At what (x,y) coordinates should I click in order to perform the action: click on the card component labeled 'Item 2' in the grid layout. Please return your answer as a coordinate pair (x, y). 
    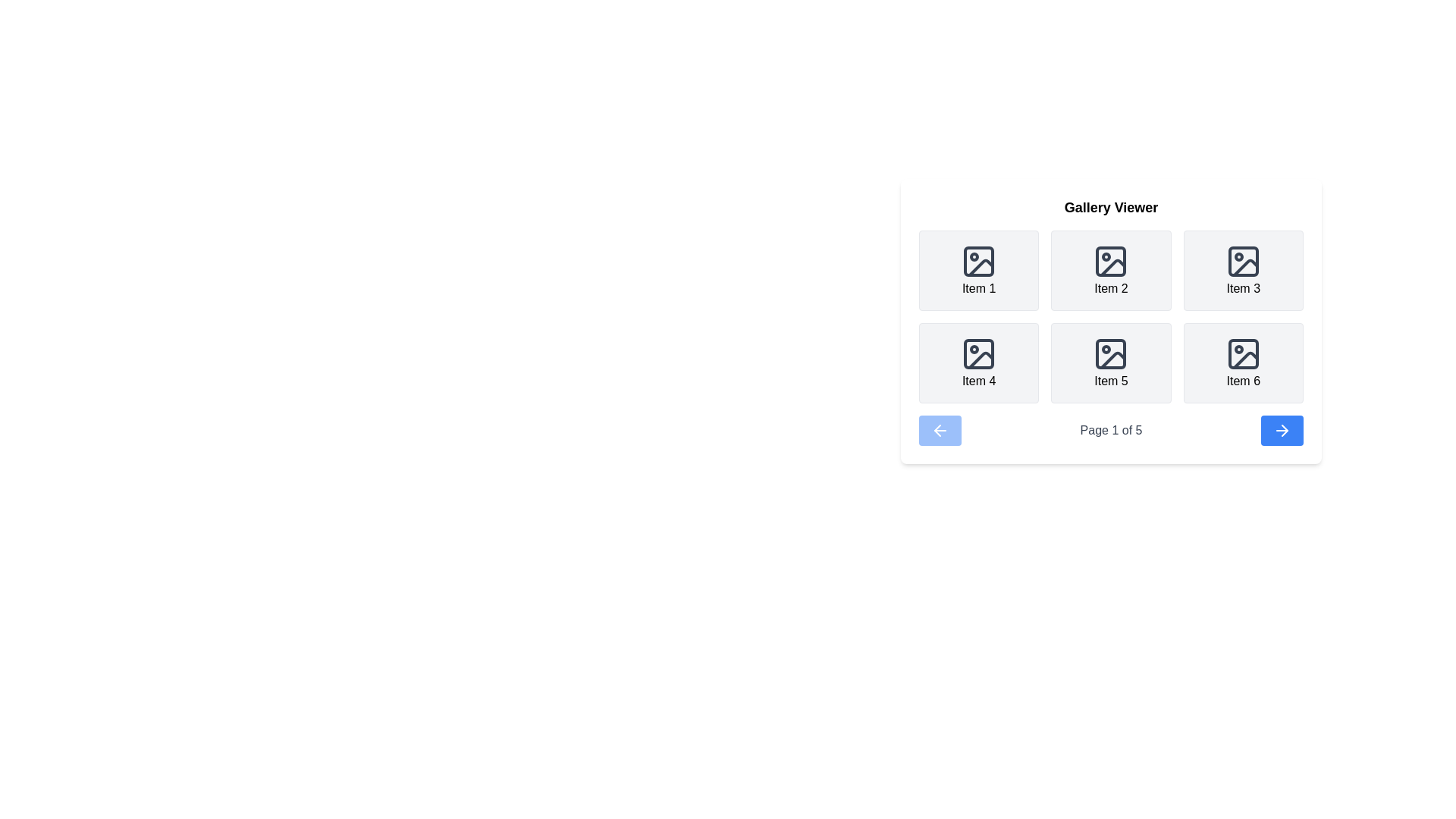
    Looking at the image, I should click on (1111, 270).